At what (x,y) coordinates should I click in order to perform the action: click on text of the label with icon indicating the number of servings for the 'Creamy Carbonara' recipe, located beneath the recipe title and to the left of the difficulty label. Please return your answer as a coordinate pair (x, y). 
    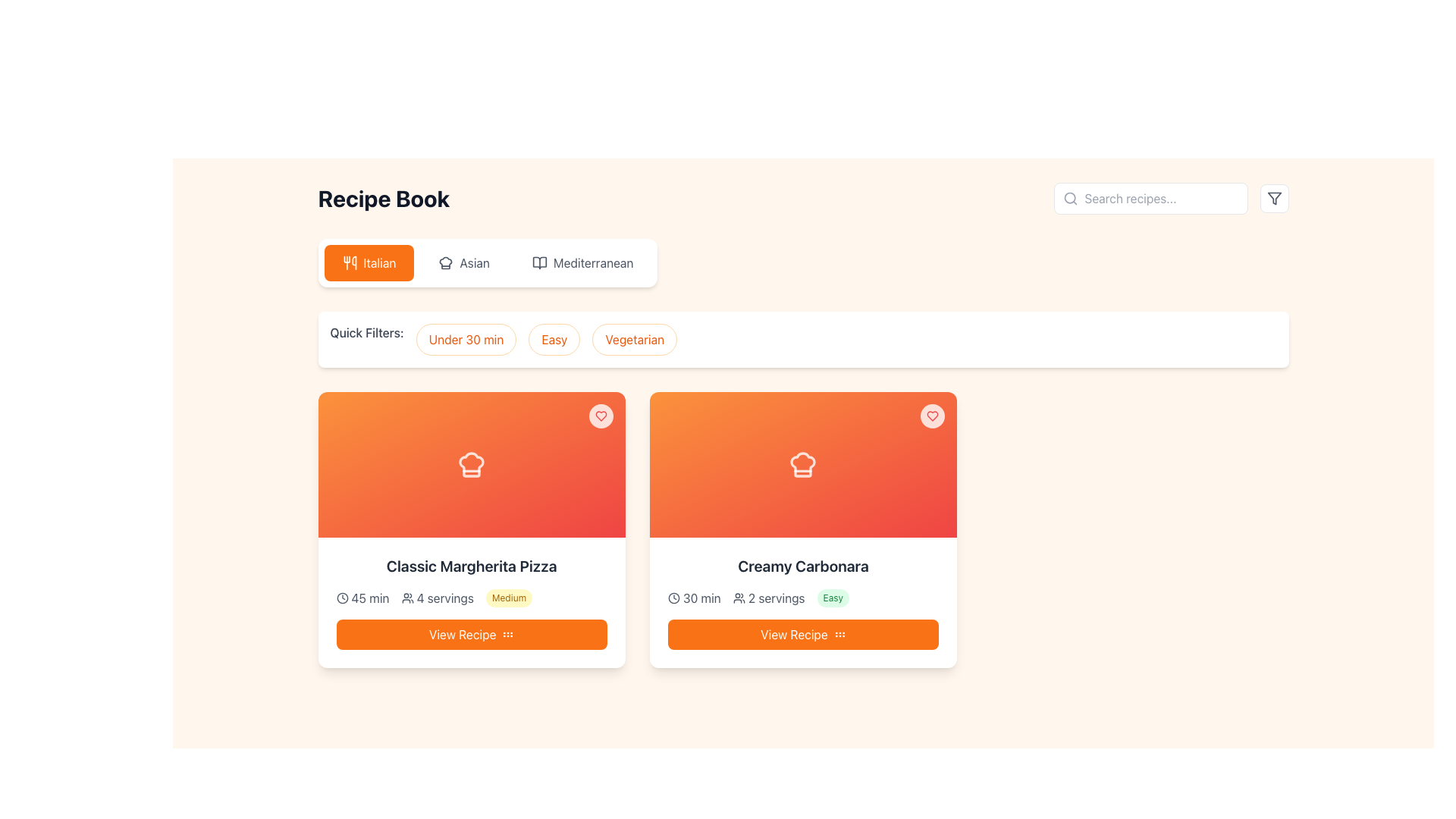
    Looking at the image, I should click on (769, 598).